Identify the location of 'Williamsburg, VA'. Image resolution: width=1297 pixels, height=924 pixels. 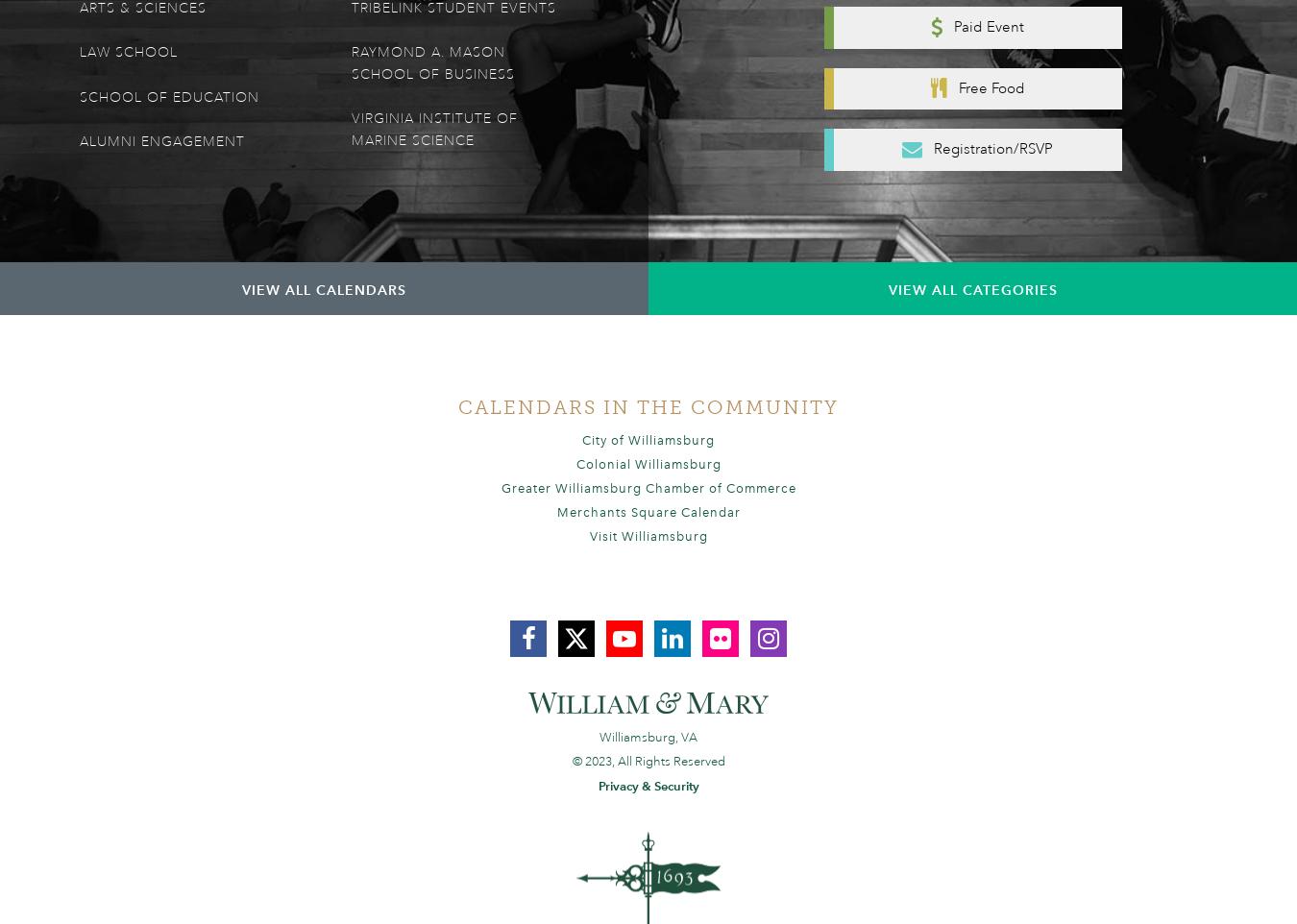
(648, 737).